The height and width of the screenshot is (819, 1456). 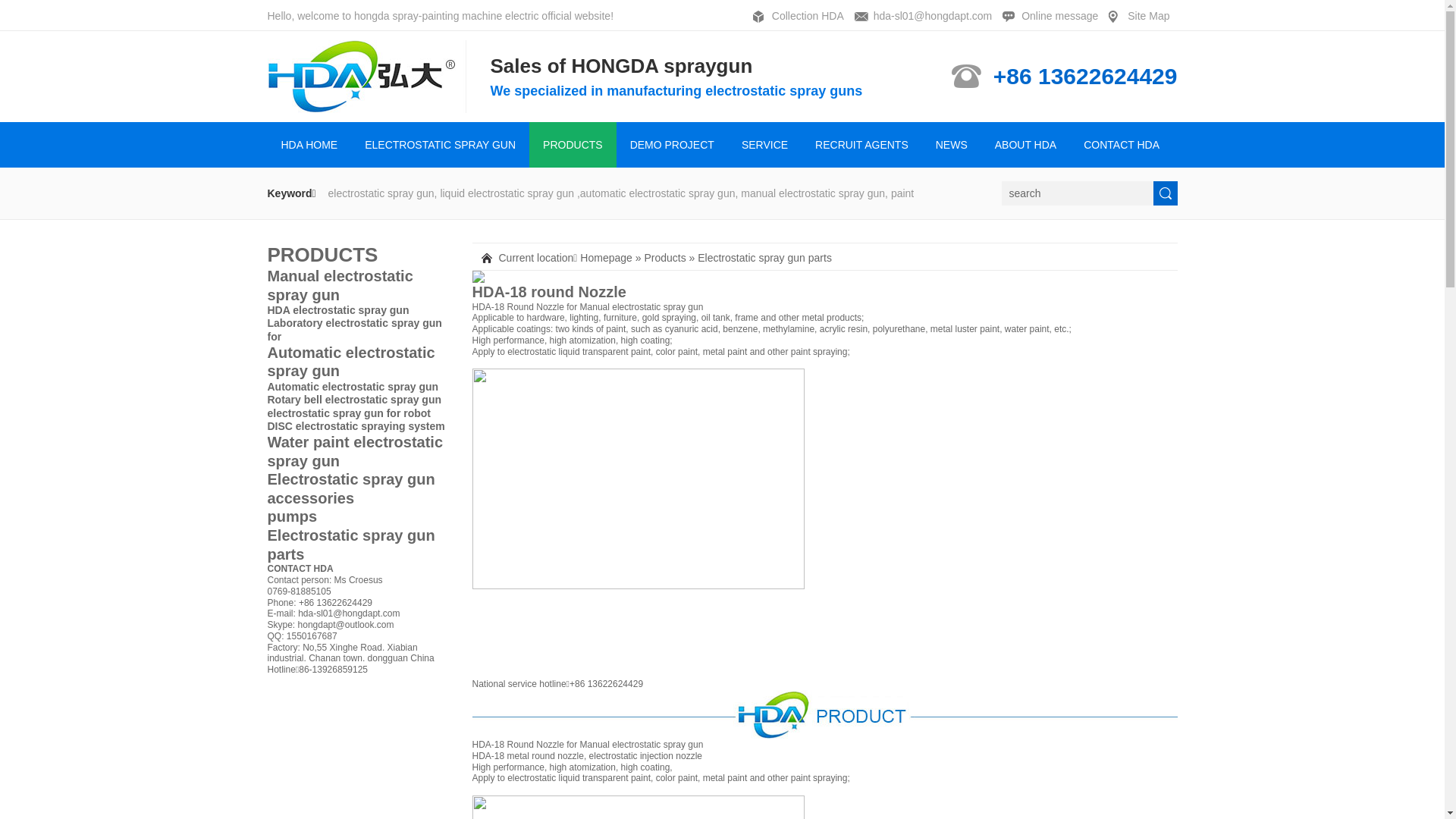 I want to click on 'electrostatic spray gun', so click(x=657, y=744).